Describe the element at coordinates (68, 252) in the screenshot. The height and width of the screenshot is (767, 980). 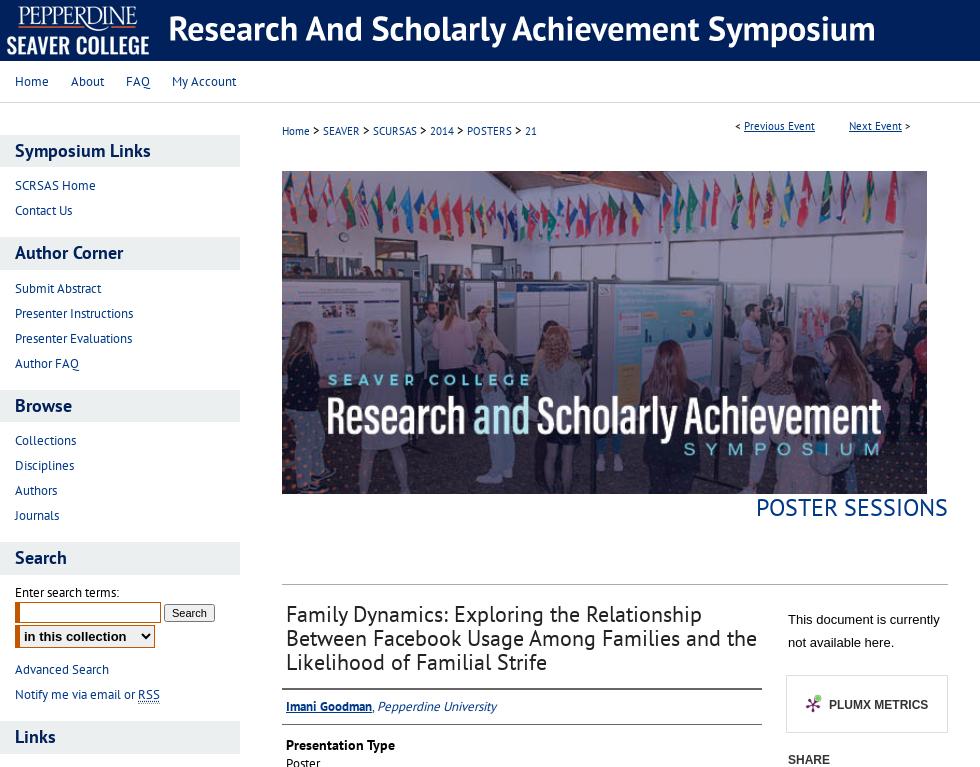
I see `'Author Corner'` at that location.